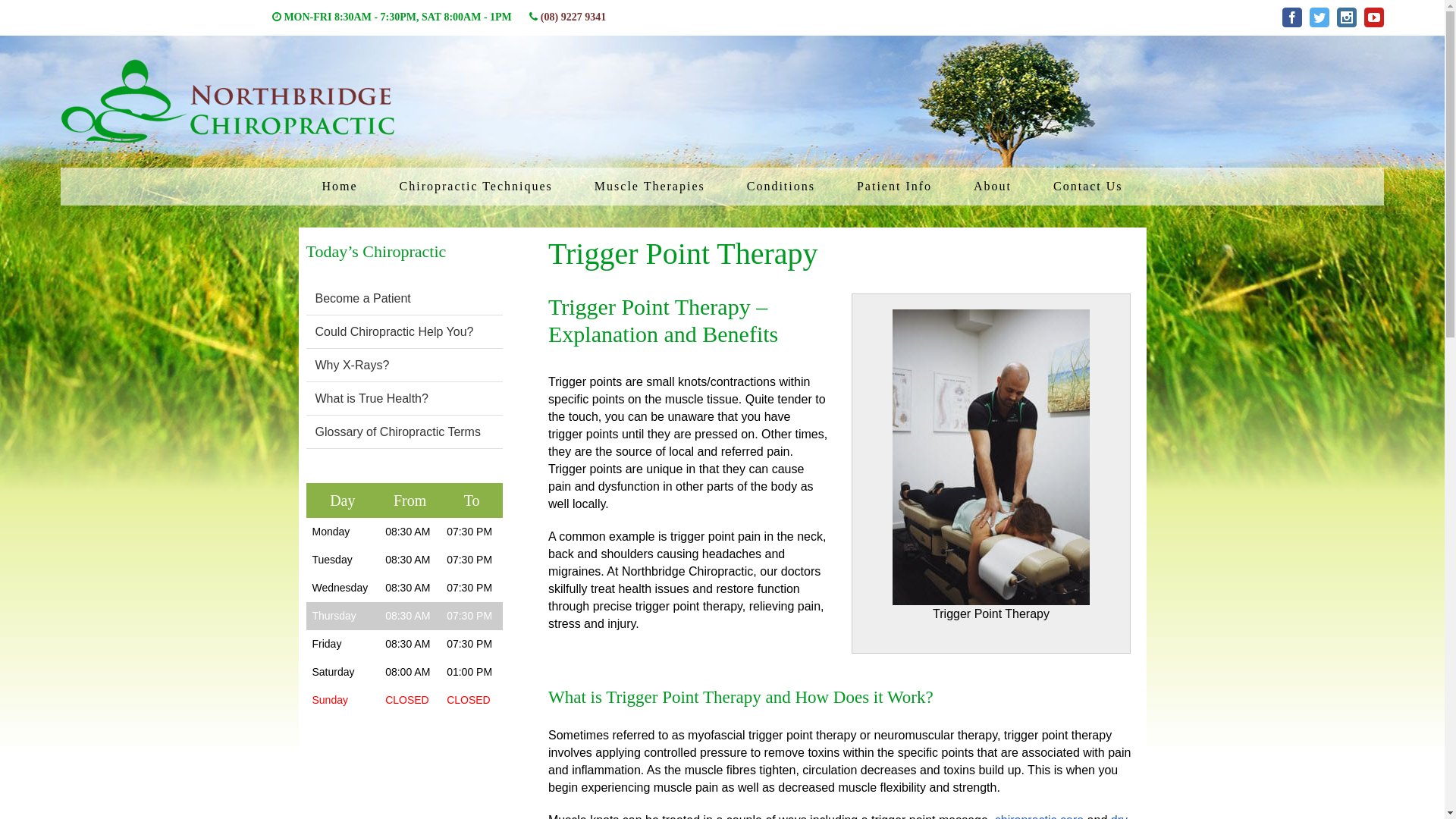 This screenshot has width=1456, height=819. I want to click on 'Become a Patient', so click(315, 298).